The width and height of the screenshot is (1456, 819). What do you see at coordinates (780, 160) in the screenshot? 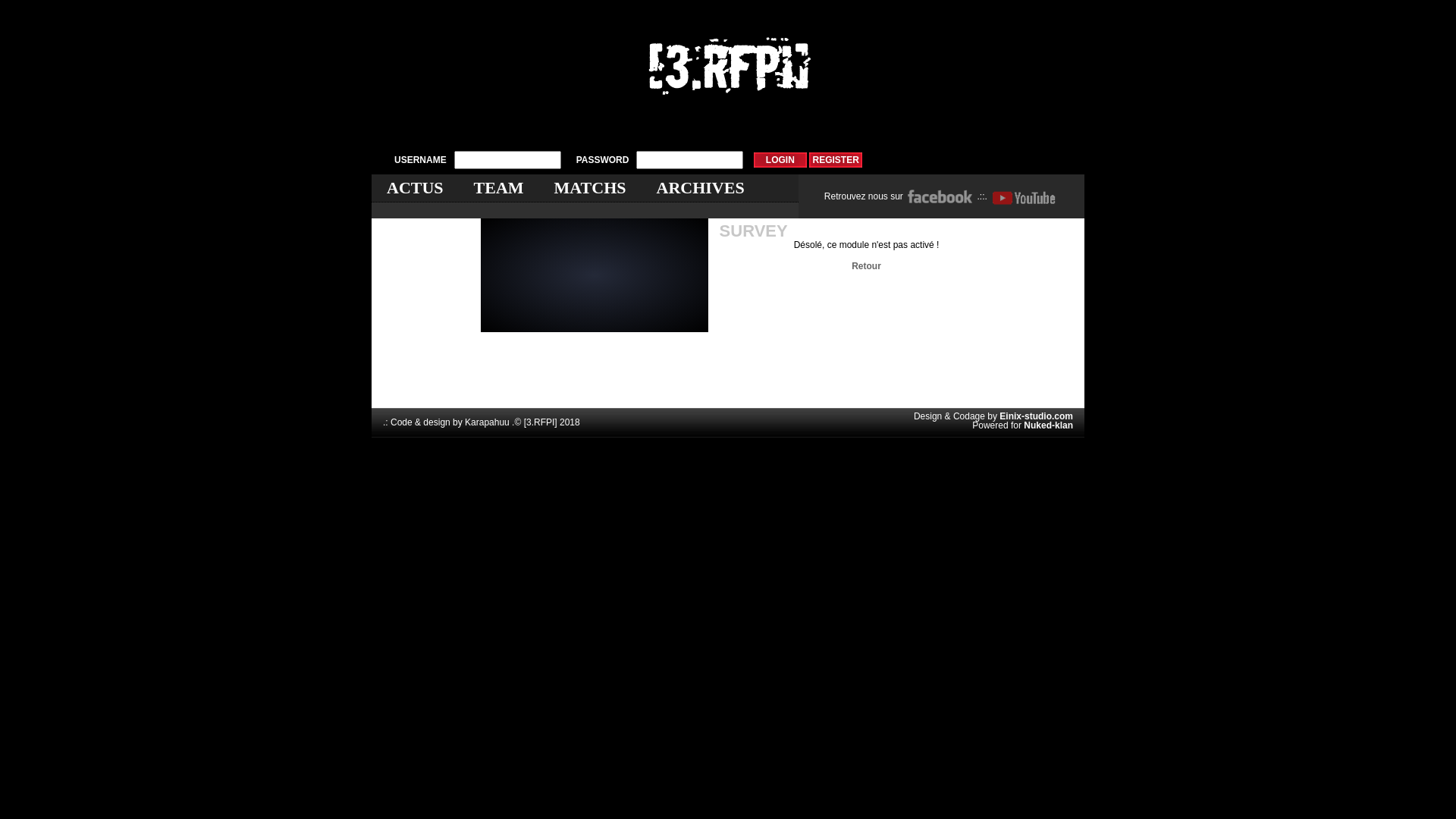
I see `'login'` at bounding box center [780, 160].